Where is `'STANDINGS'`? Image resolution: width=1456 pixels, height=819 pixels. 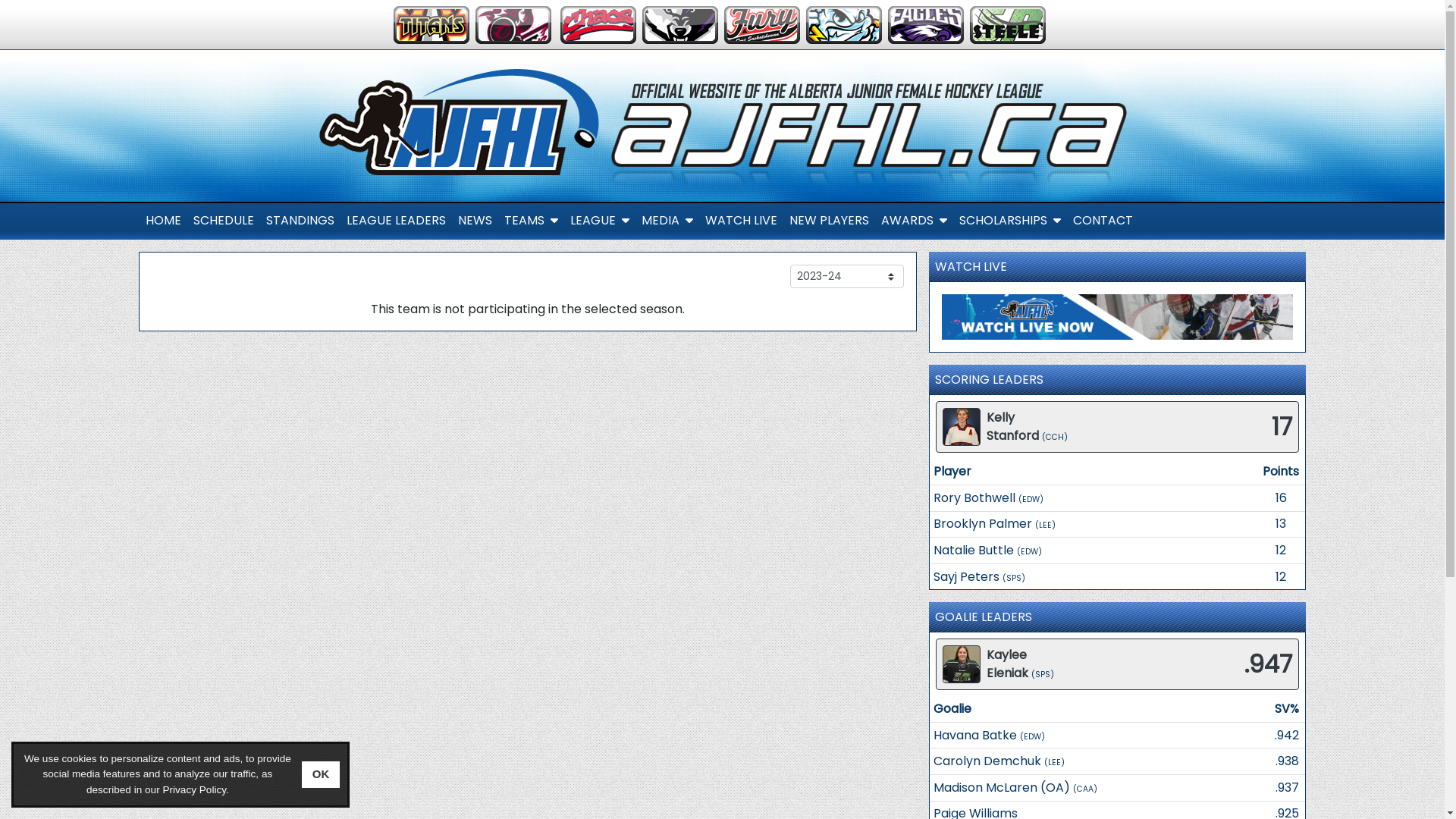 'STANDINGS' is located at coordinates (299, 220).